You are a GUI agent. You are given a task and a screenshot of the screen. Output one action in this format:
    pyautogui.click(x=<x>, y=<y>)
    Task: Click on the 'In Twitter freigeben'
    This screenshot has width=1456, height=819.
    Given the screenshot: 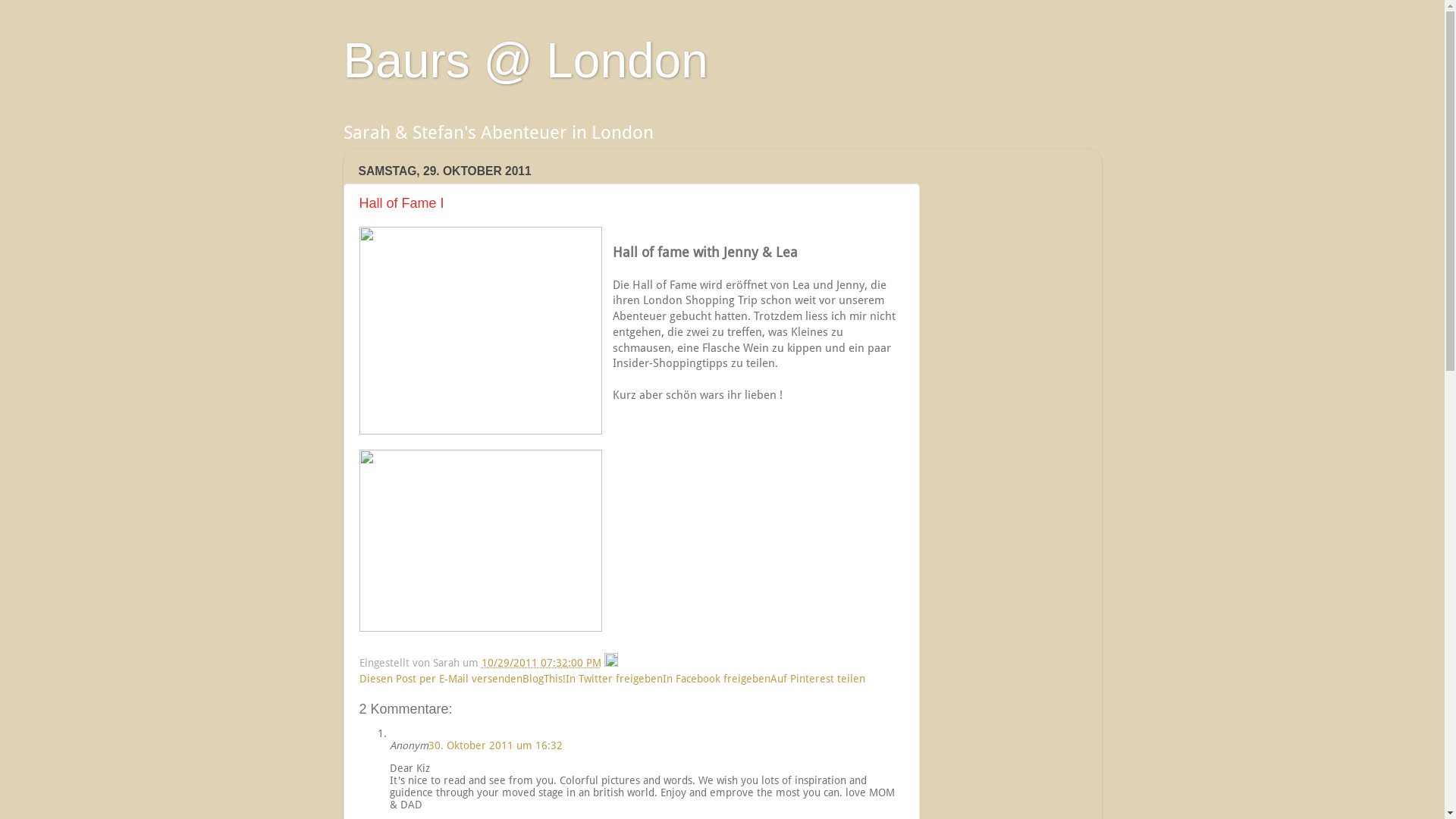 What is the action you would take?
    pyautogui.click(x=614, y=677)
    